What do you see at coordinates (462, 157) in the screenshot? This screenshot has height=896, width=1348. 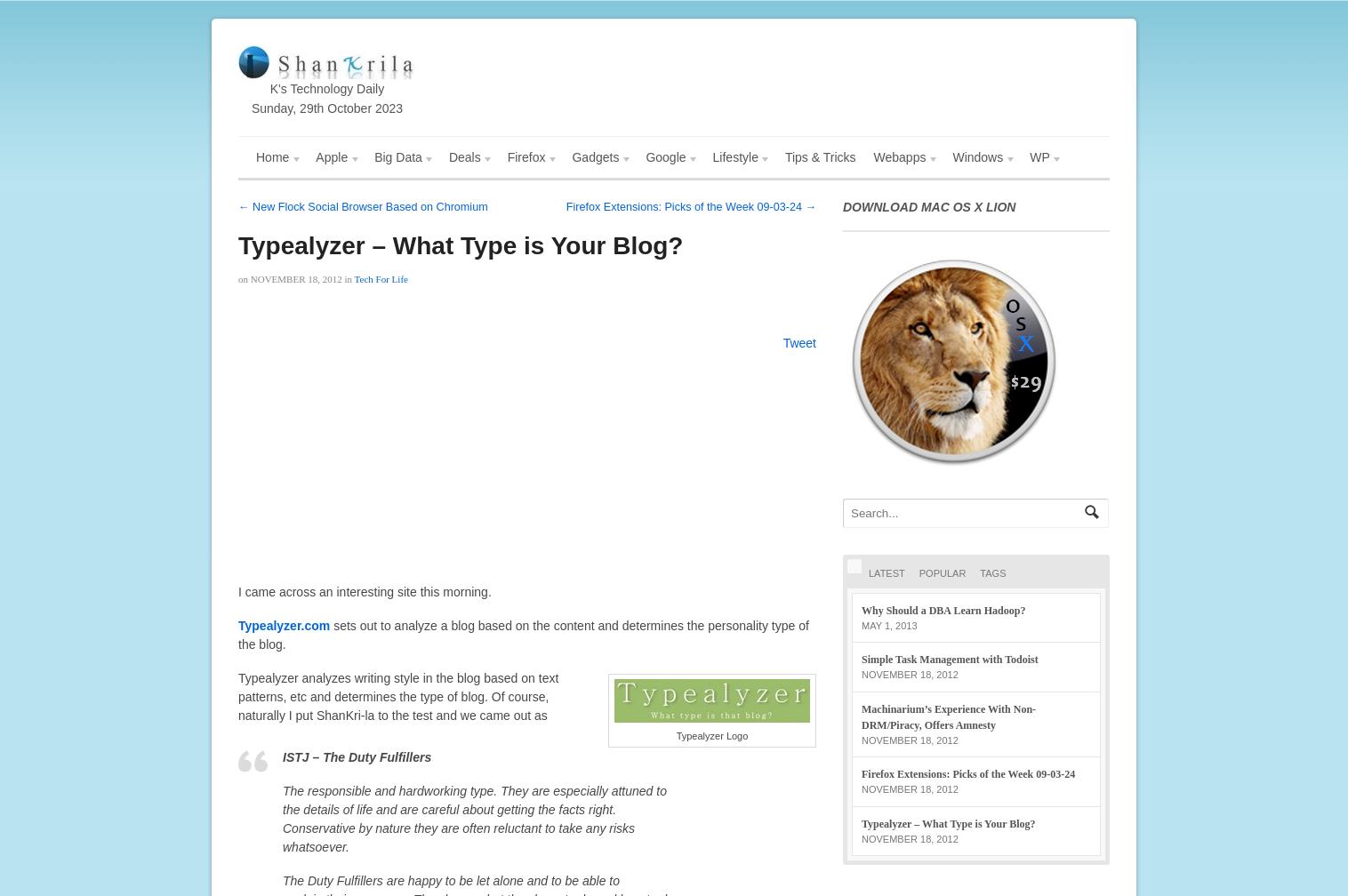 I see `'Deals'` at bounding box center [462, 157].